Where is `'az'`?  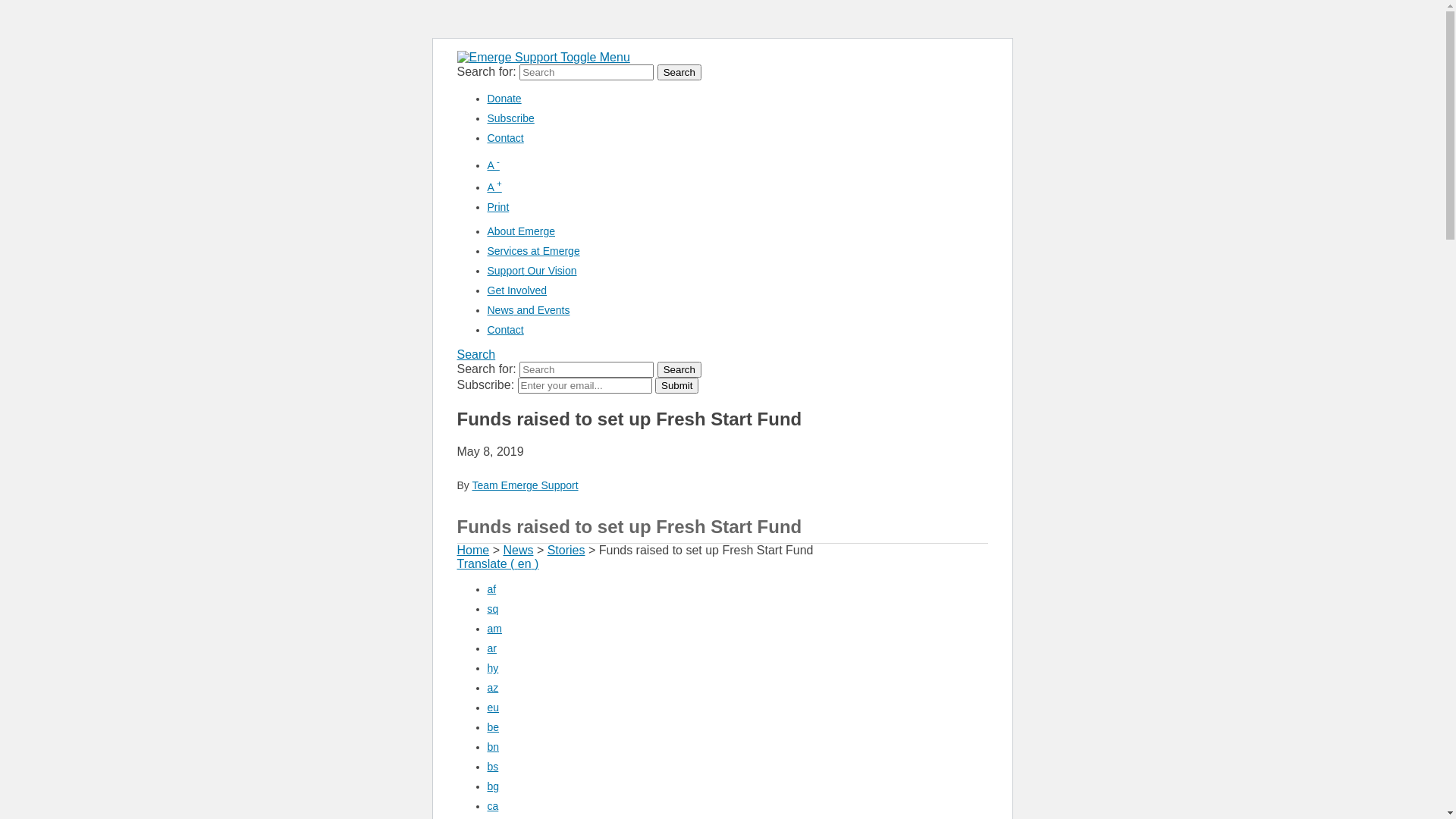 'az' is located at coordinates (492, 687).